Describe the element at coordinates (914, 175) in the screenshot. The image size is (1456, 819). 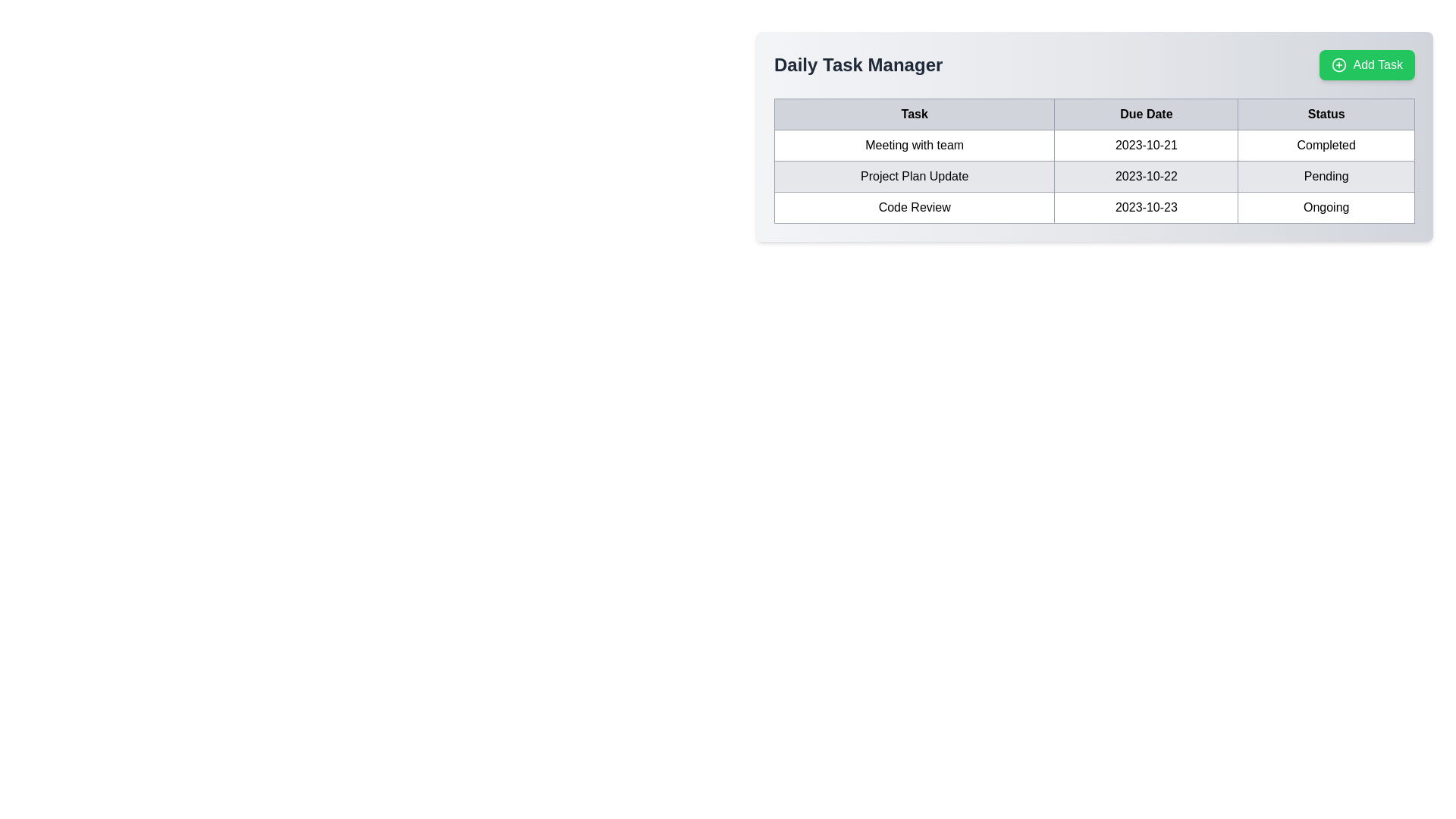
I see `text from the table cell displaying 'Project Plan Update' located in the first cell of the second row under the 'Task' column` at that location.